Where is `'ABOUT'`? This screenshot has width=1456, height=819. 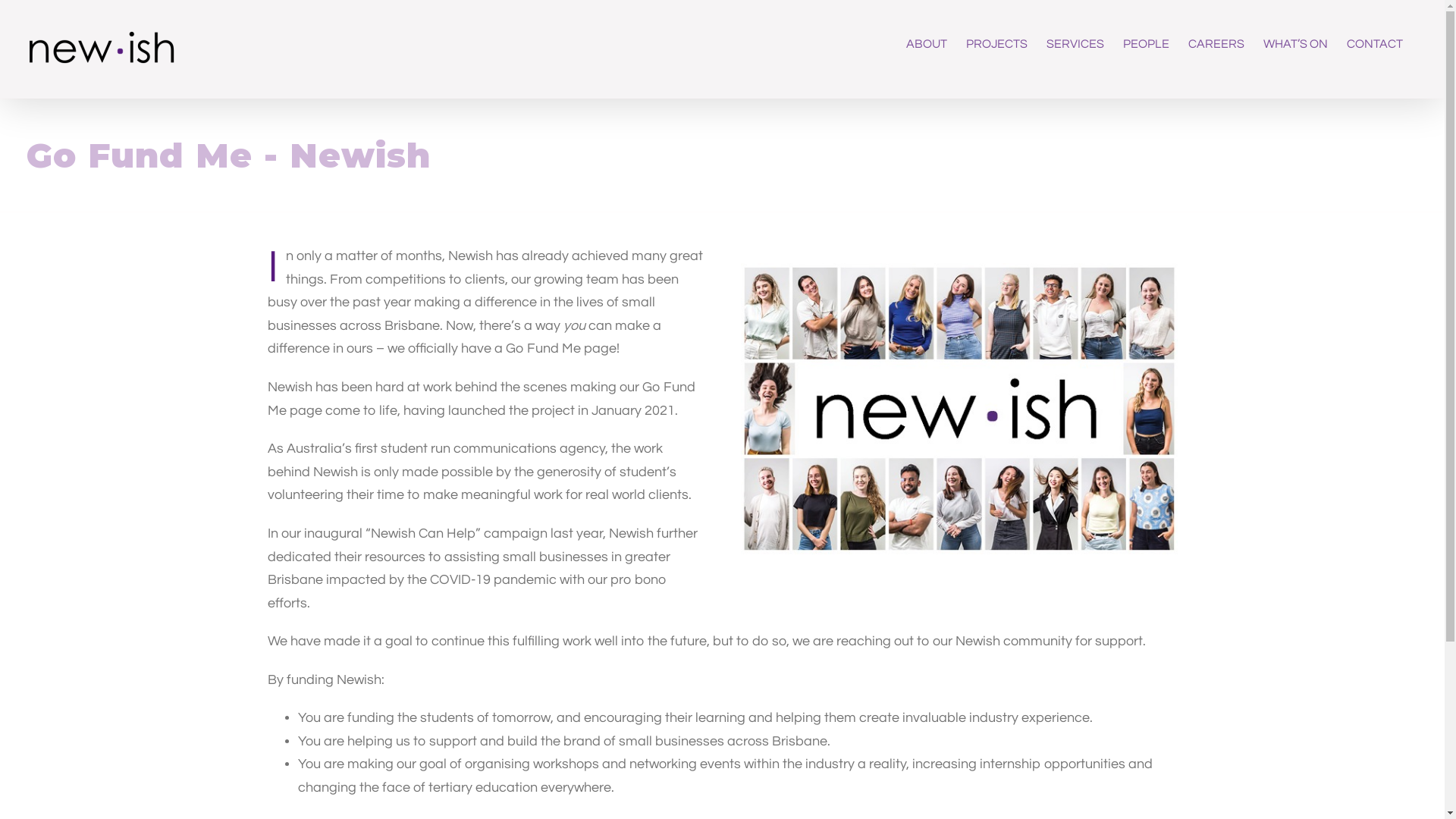
'ABOUT' is located at coordinates (926, 42).